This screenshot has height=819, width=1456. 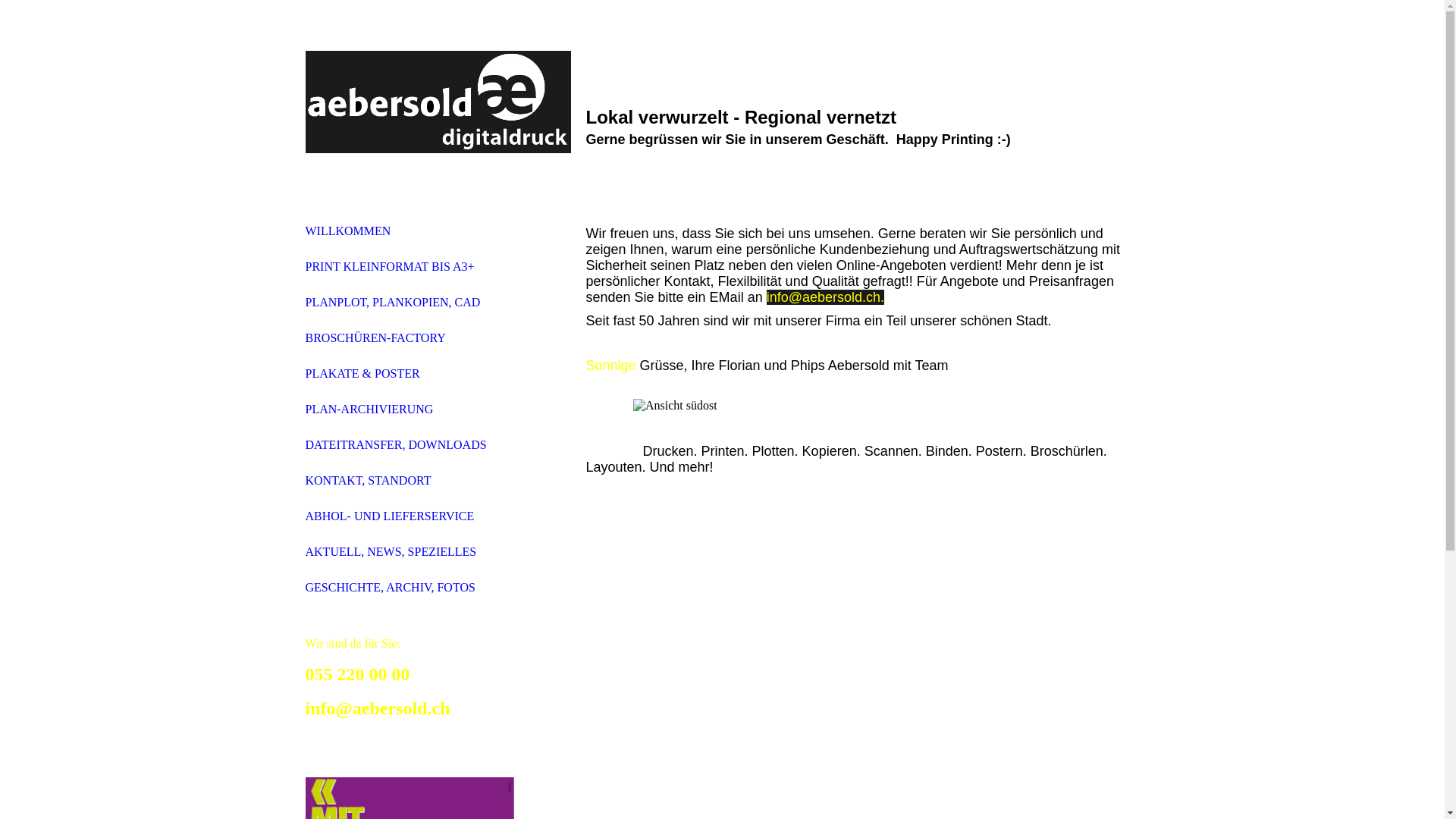 I want to click on 'KONTAKT, STANDORT', so click(x=367, y=480).